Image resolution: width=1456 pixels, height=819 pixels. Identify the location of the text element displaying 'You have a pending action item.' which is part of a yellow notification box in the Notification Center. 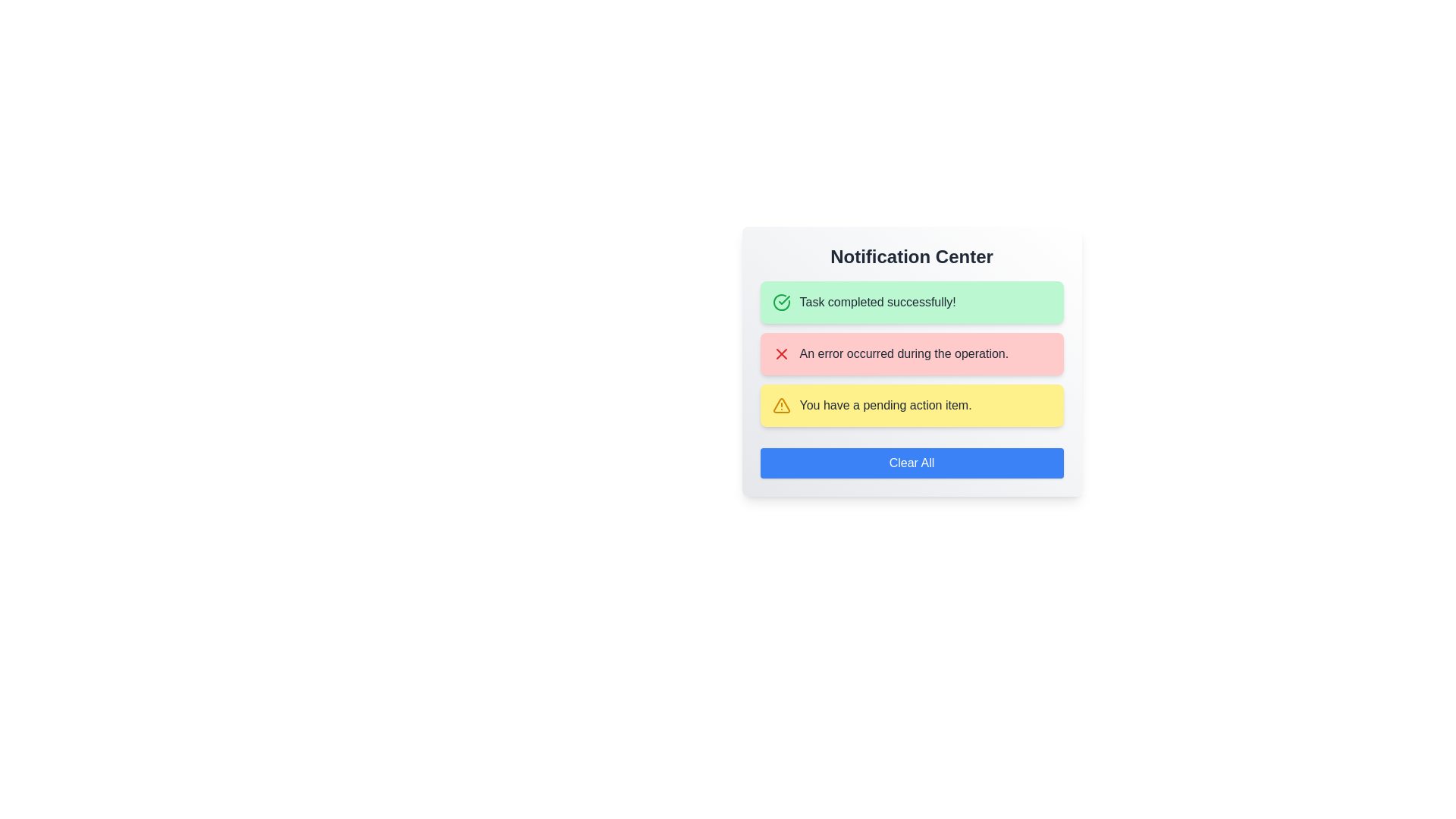
(886, 405).